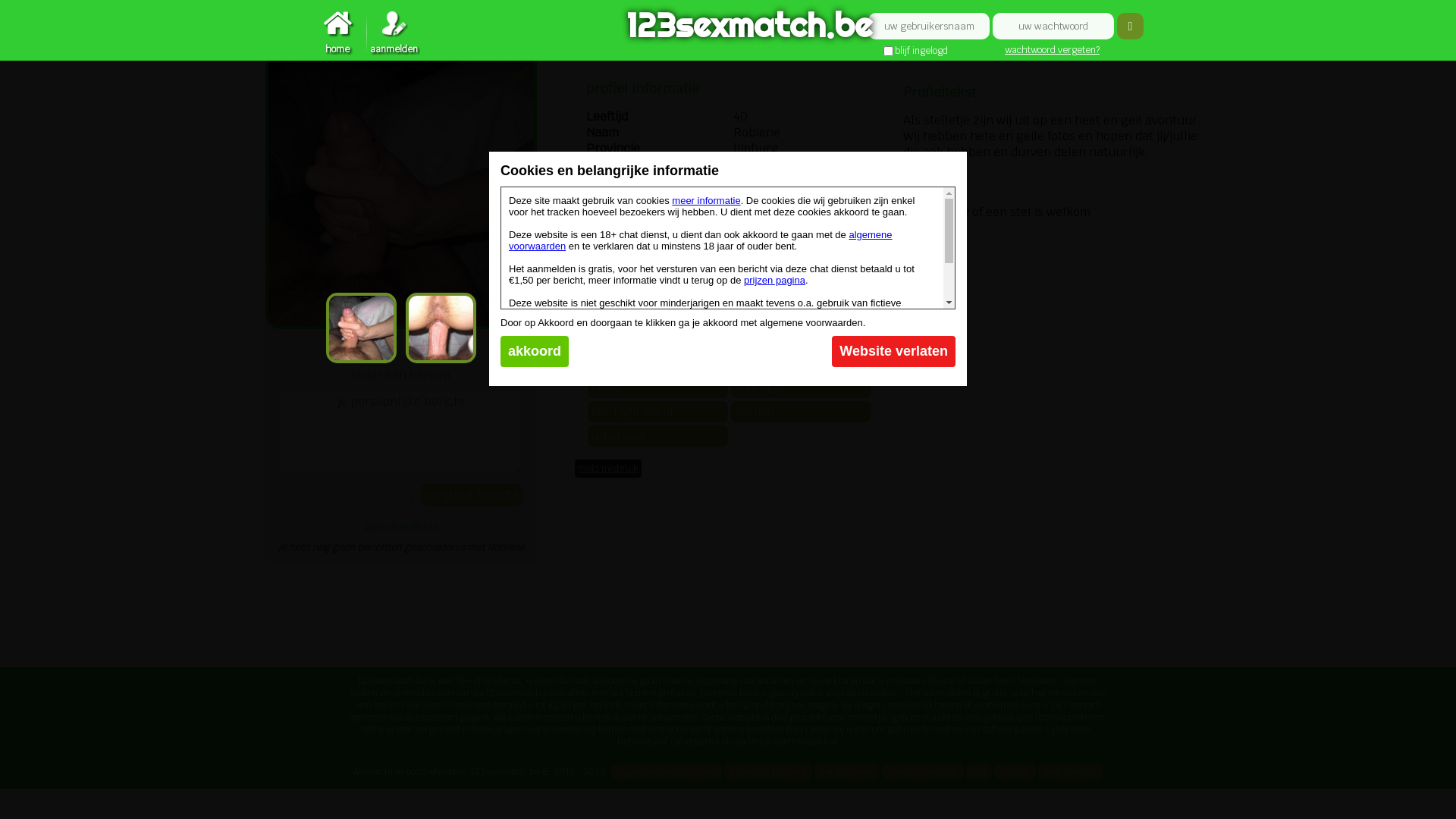  What do you see at coordinates (728, 27) in the screenshot?
I see `'123sexmatch.be'` at bounding box center [728, 27].